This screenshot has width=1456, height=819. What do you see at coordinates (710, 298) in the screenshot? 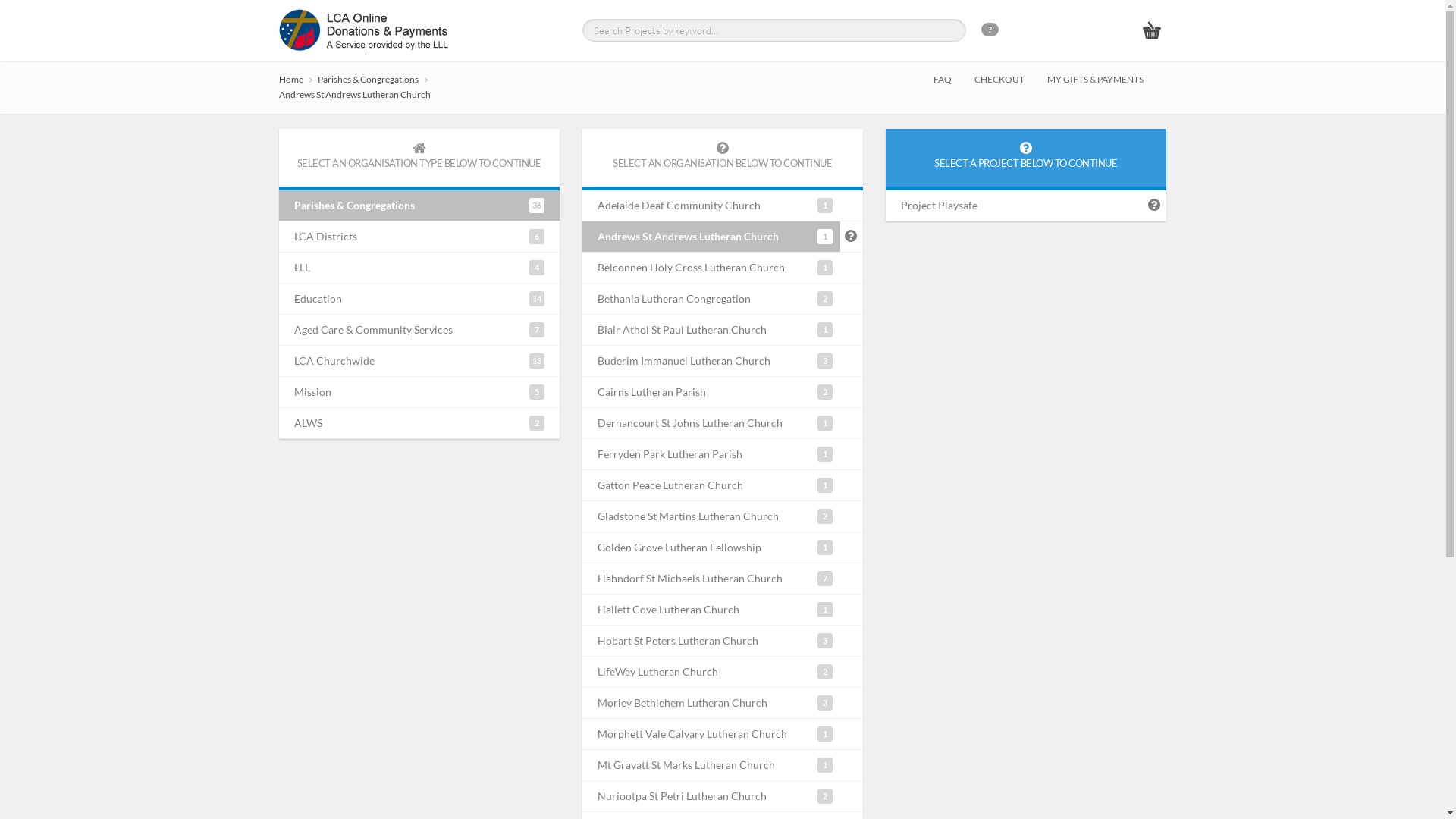
I see `'2` at bounding box center [710, 298].